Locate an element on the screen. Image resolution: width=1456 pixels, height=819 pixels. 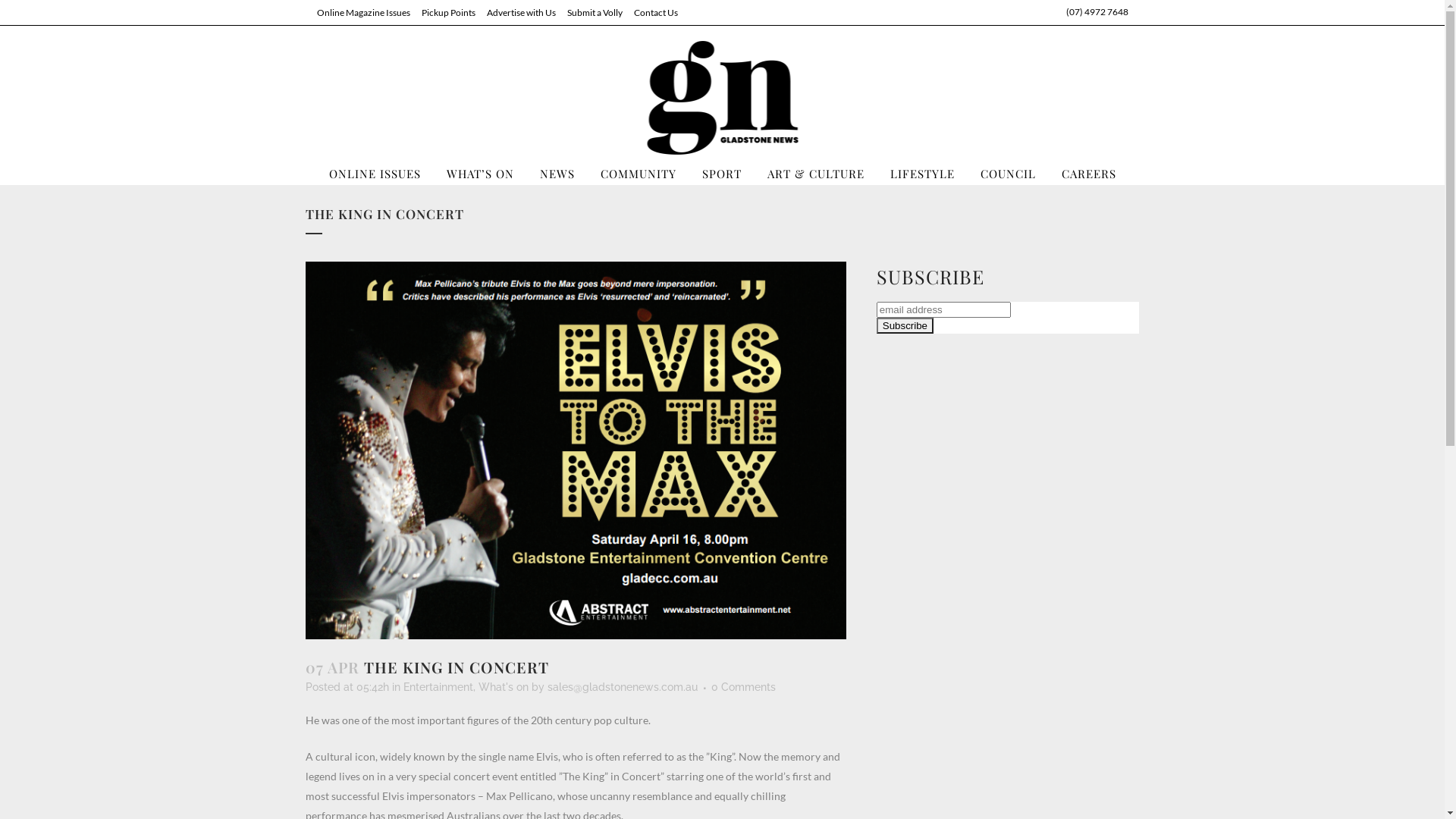
'ONLINE ISSUES' is located at coordinates (374, 172).